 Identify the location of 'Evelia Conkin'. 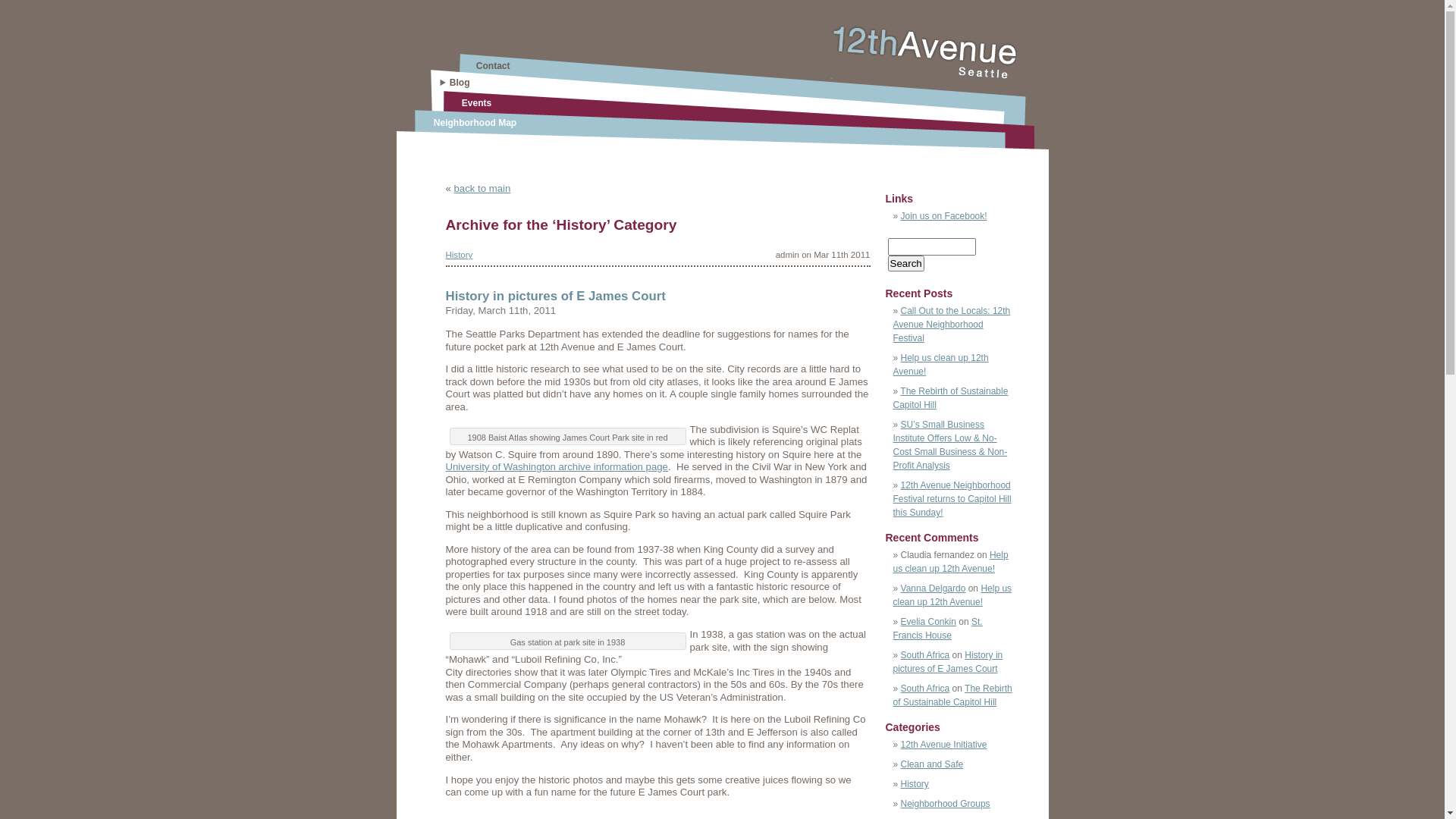
(927, 622).